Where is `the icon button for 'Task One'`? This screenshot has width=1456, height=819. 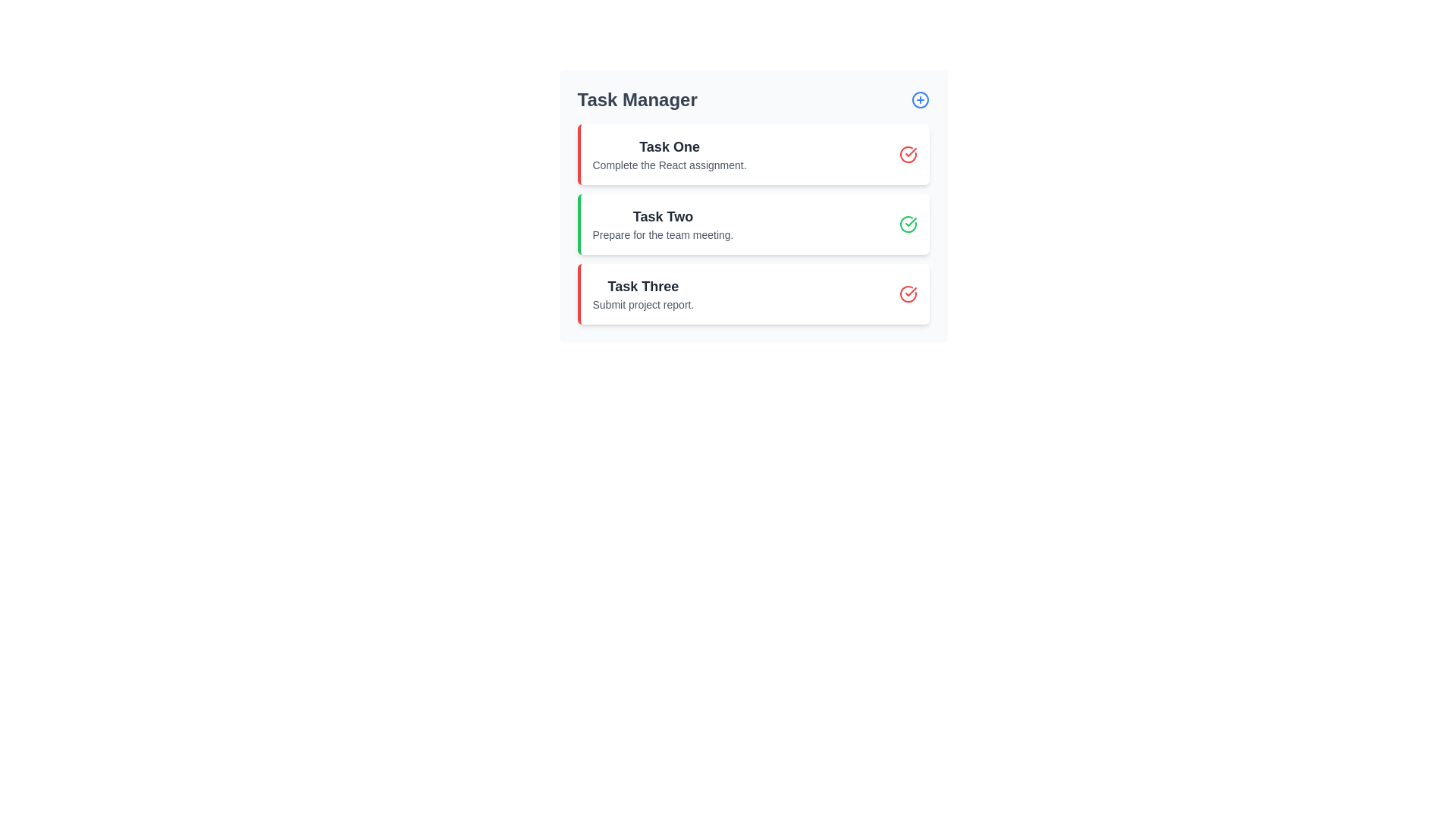 the icon button for 'Task One' is located at coordinates (908, 155).